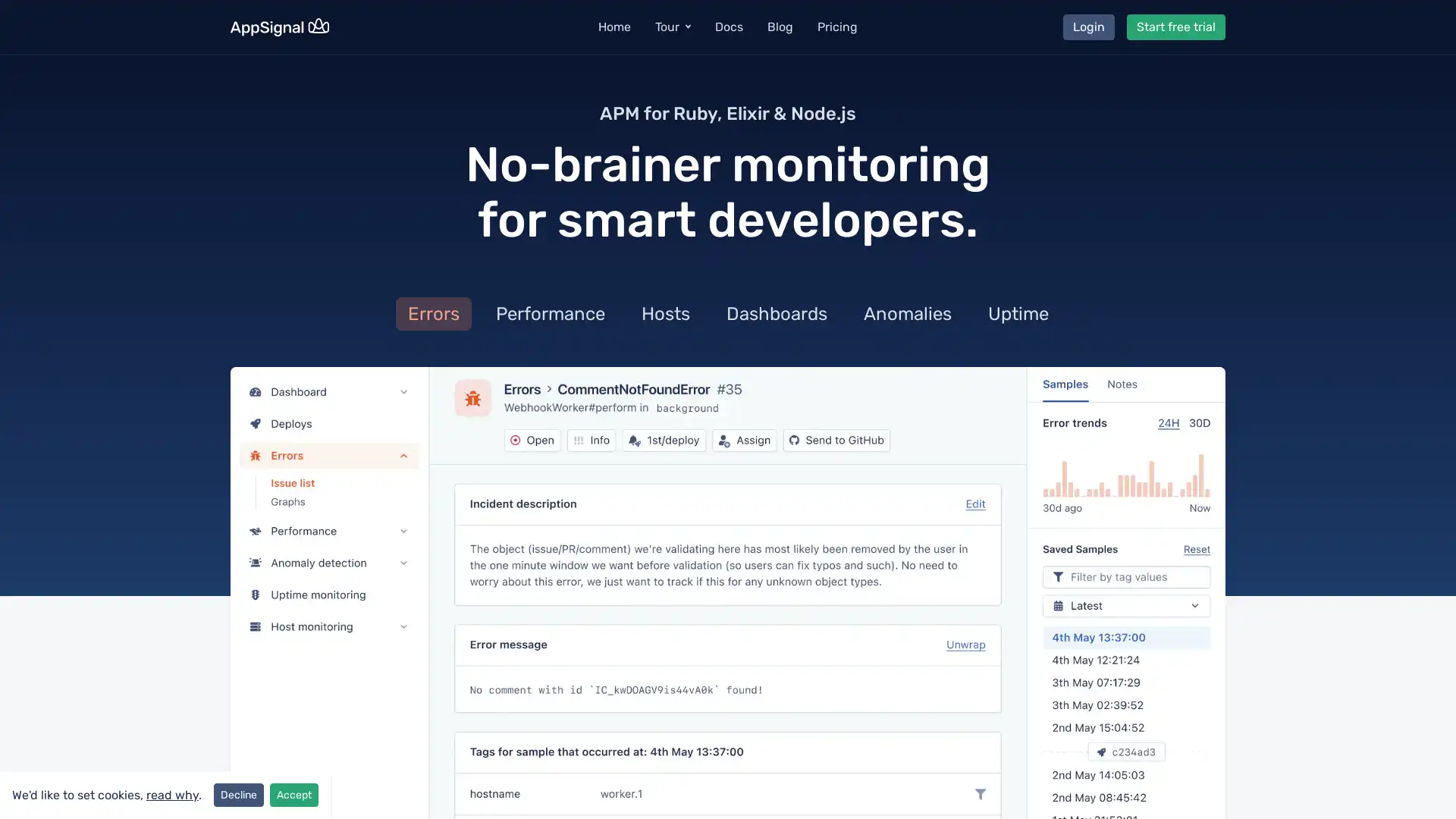 The image size is (1456, 819). What do you see at coordinates (665, 312) in the screenshot?
I see `Hosts` at bounding box center [665, 312].